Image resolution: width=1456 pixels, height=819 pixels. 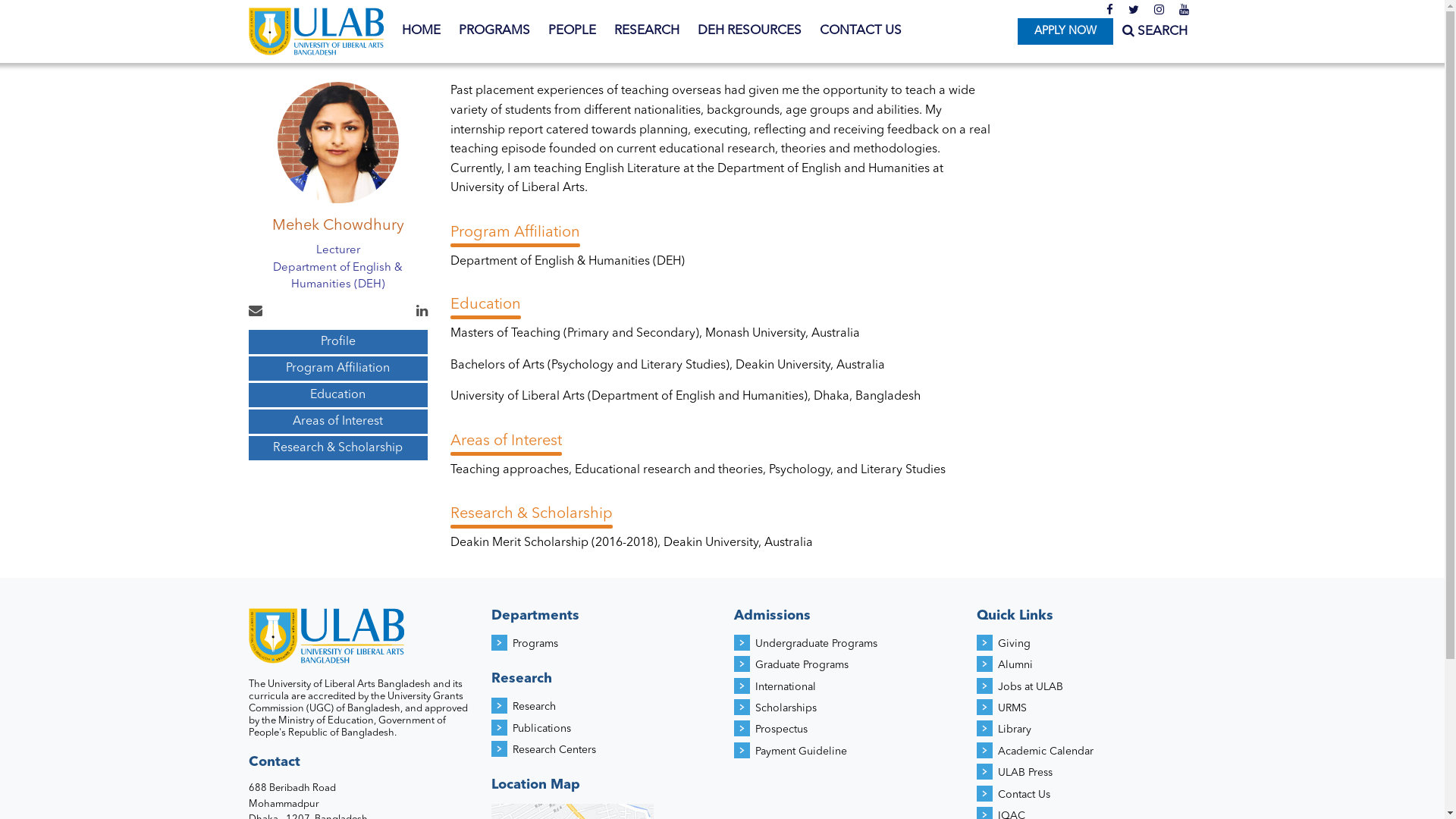 What do you see at coordinates (801, 664) in the screenshot?
I see `'Graduate Programs'` at bounding box center [801, 664].